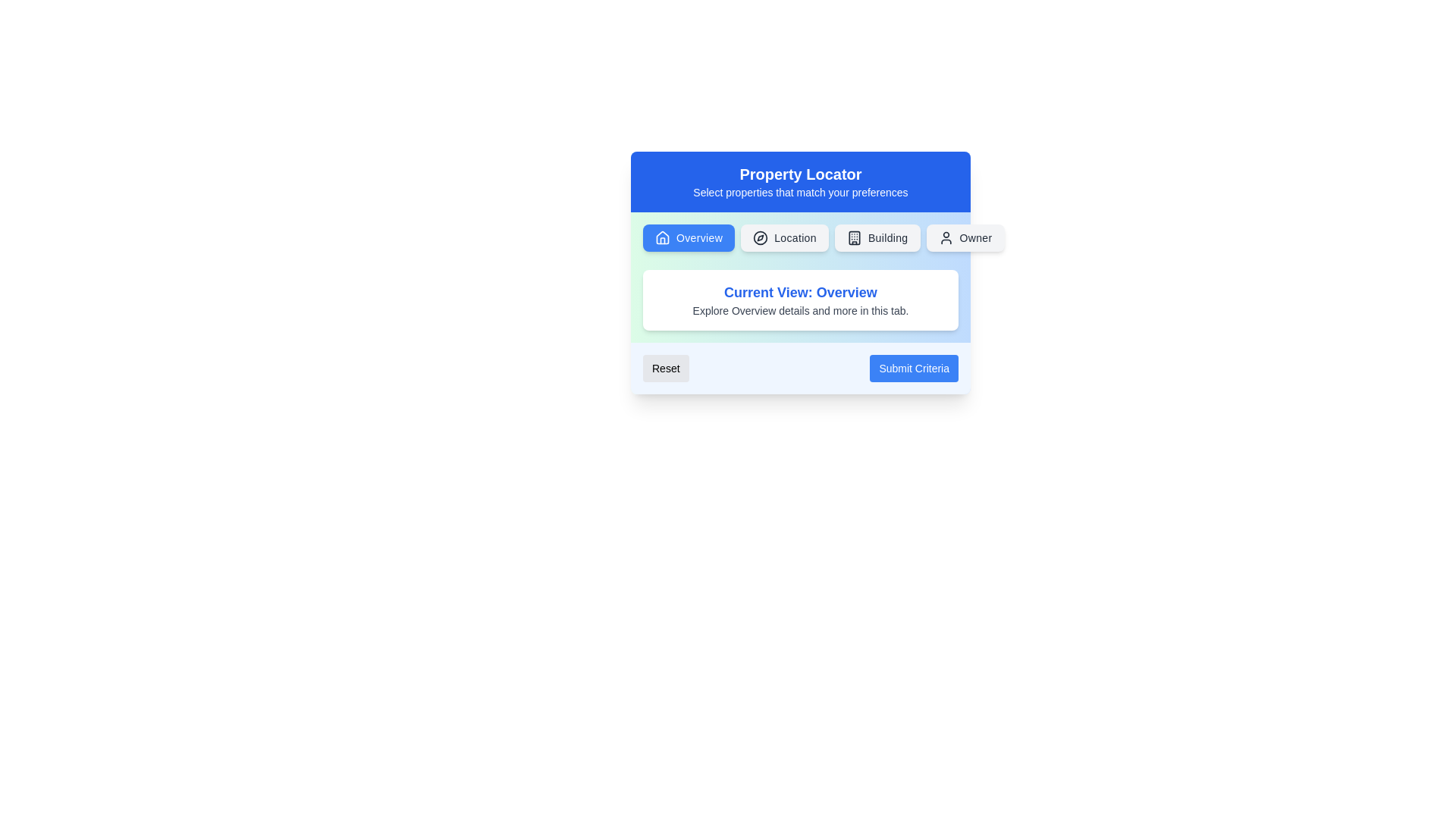  Describe the element at coordinates (698, 237) in the screenshot. I see `the 'Overview' tab label, which is styled in white text on a blue rounded rectangular background, indicating it's an active tab within the navigation bar` at that location.